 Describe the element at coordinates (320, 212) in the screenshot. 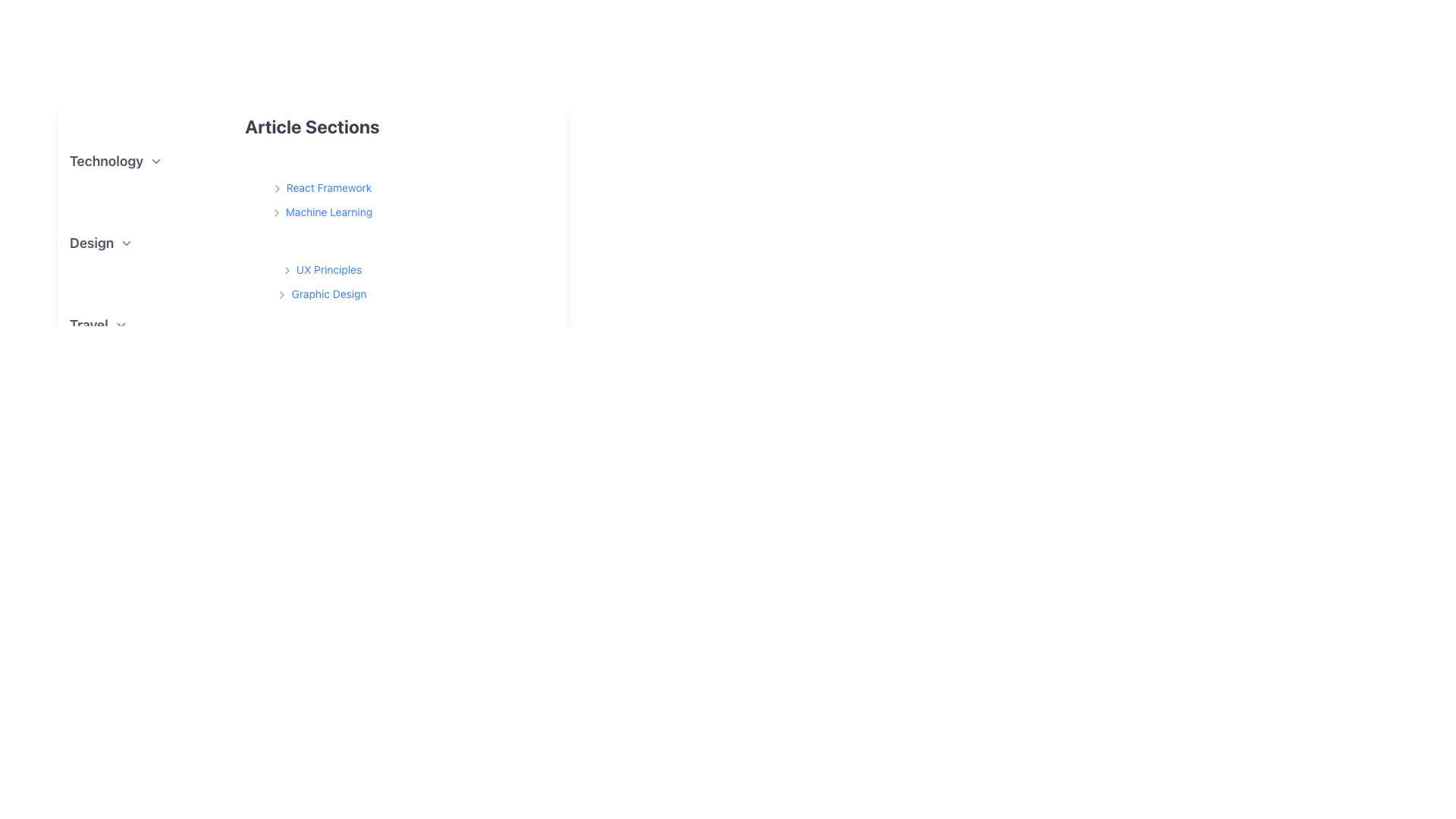

I see `the 'Machine Learning' hyperlink located` at that location.